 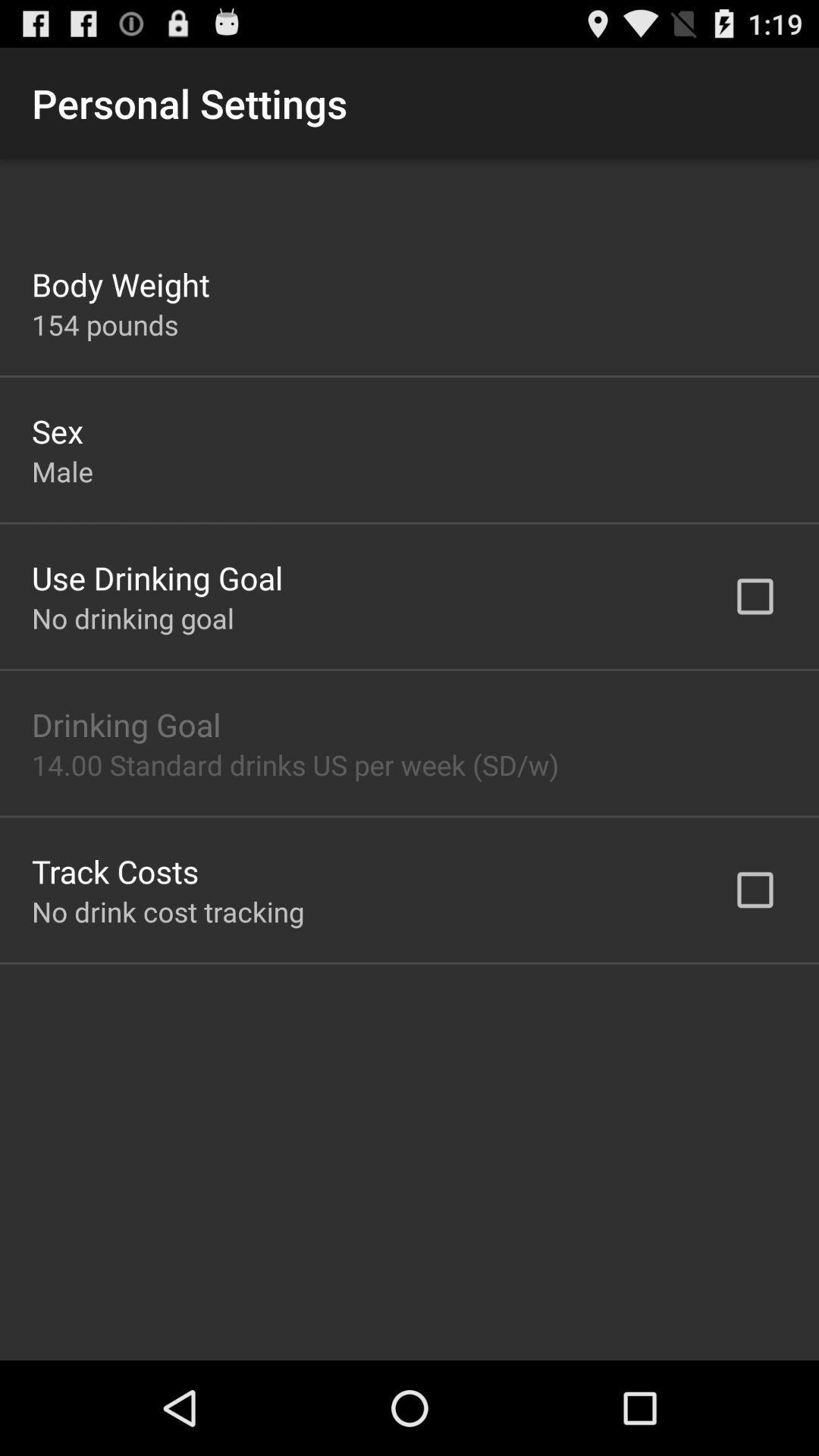 What do you see at coordinates (104, 324) in the screenshot?
I see `154 pounds app` at bounding box center [104, 324].